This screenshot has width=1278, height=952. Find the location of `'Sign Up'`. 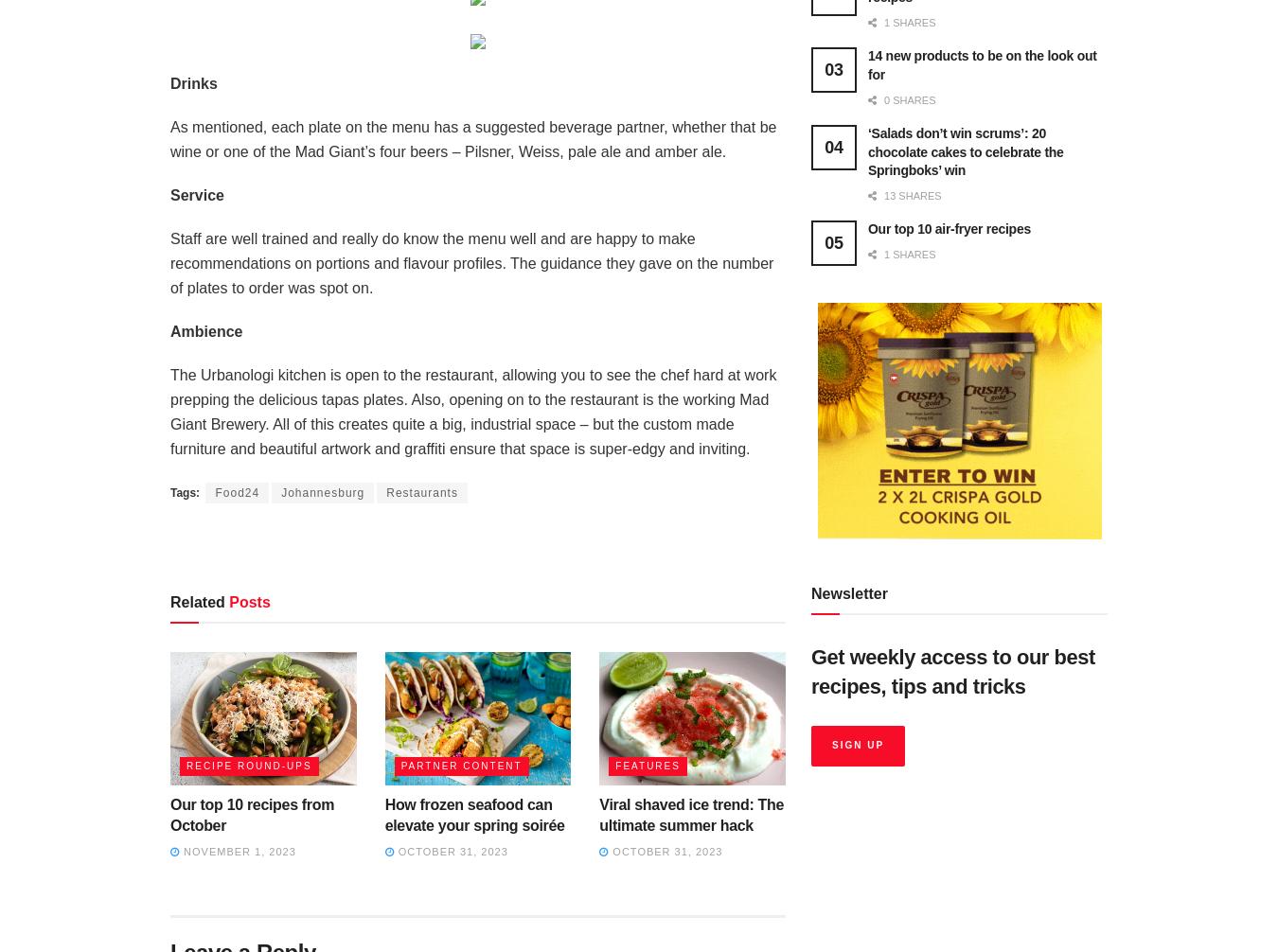

'Sign Up' is located at coordinates (857, 744).